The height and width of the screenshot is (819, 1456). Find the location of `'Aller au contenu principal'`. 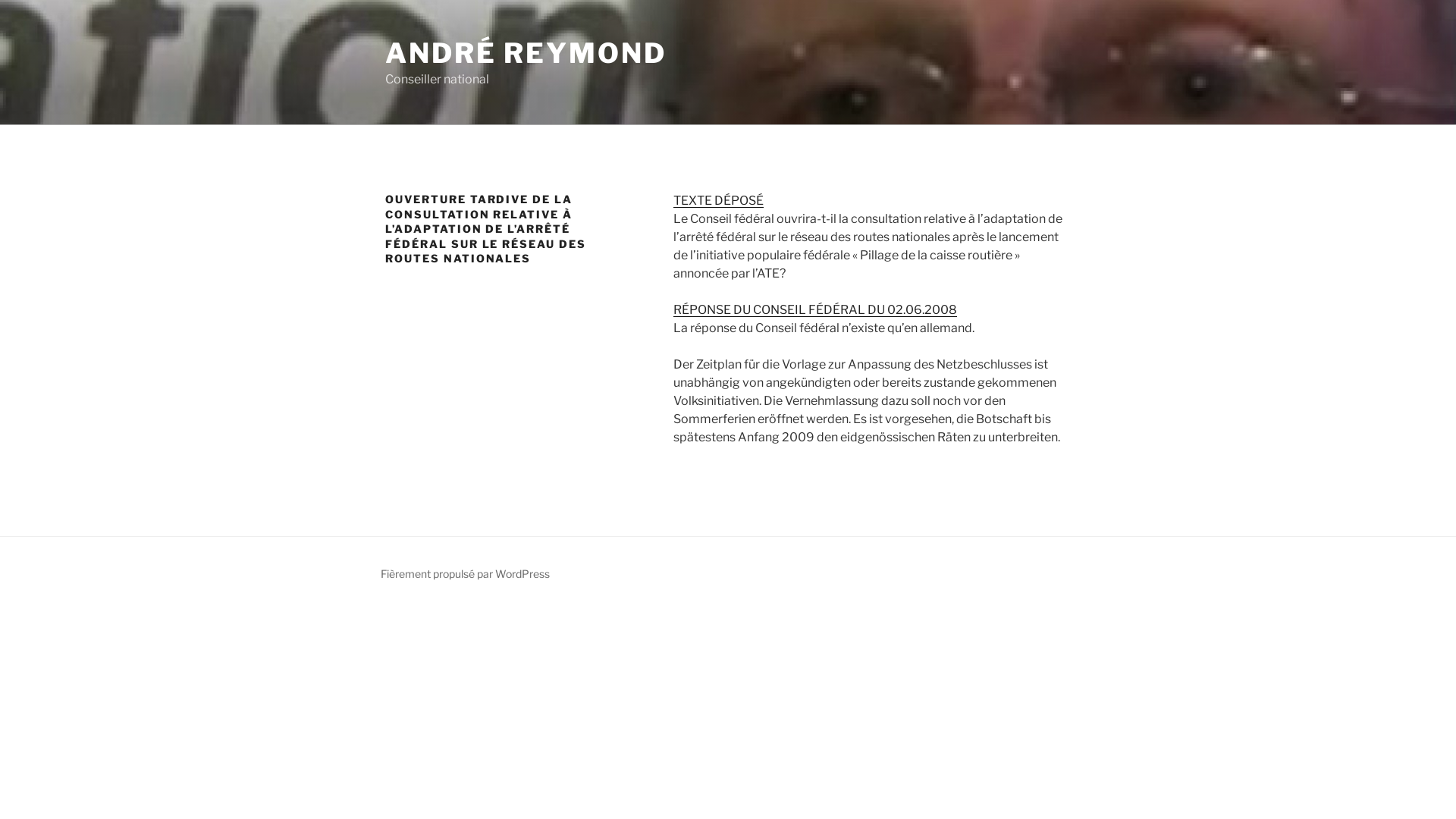

'Aller au contenu principal' is located at coordinates (0, 0).